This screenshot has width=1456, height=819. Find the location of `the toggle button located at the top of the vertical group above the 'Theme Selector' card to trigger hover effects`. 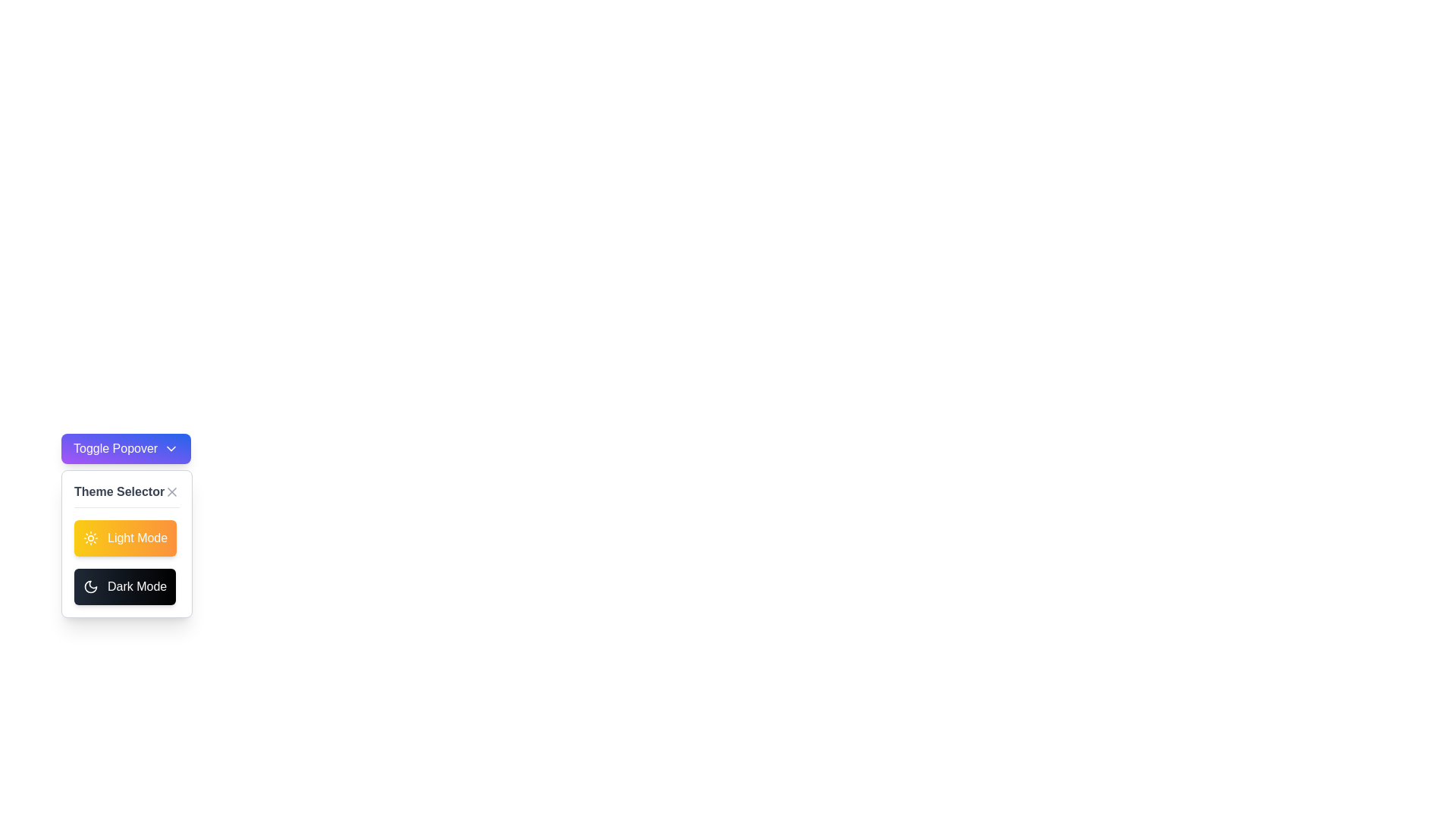

the toggle button located at the top of the vertical group above the 'Theme Selector' card to trigger hover effects is located at coordinates (126, 447).